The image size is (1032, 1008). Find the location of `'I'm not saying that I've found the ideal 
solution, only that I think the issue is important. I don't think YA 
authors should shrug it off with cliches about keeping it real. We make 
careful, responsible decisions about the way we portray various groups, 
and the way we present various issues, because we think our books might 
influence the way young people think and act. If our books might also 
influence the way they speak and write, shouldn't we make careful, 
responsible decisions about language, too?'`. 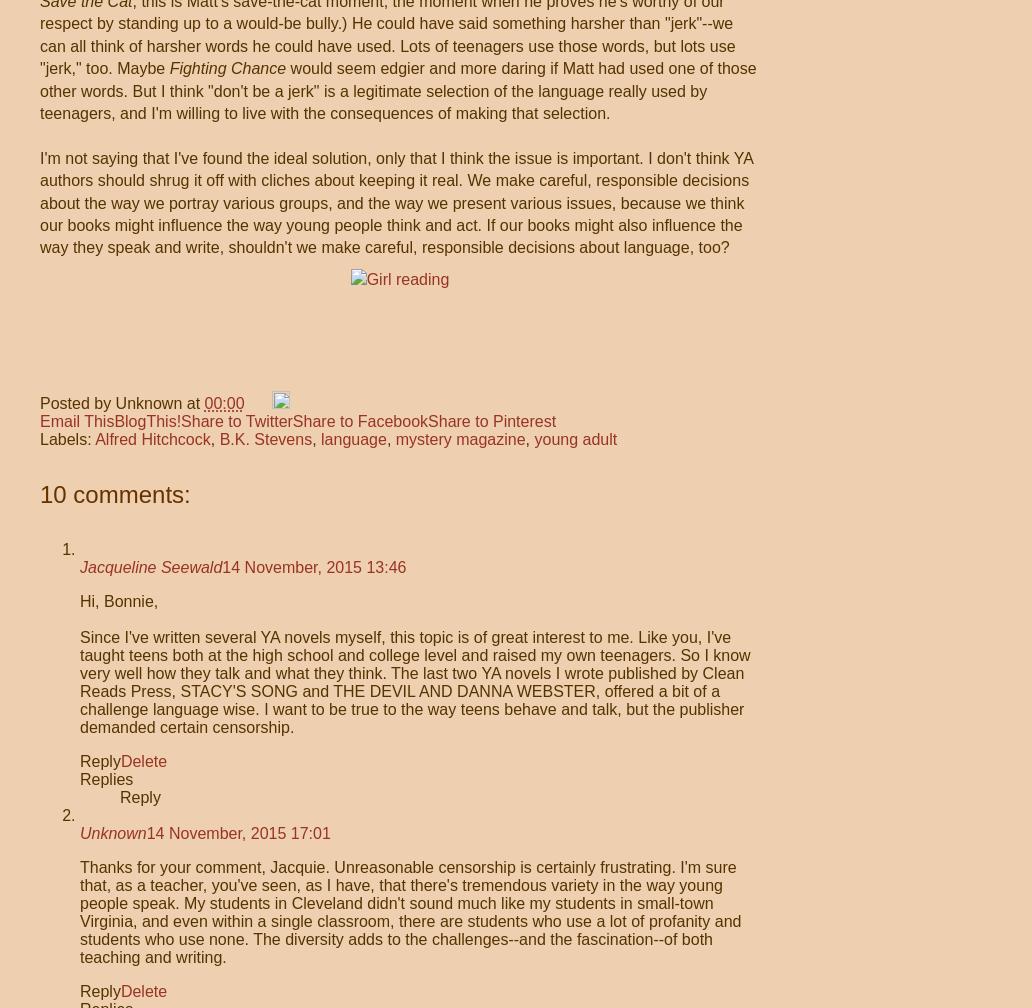

'I'm not saying that I've found the ideal 
solution, only that I think the issue is important. I don't think YA 
authors should shrug it off with cliches about keeping it real. We make 
careful, responsible decisions about the way we portray various groups, 
and the way we present various issues, because we think our books might 
influence the way young people think and act. If our books might also 
influence the way they speak and write, shouldn't we make careful, 
responsible decisions about language, too?' is located at coordinates (40, 202).